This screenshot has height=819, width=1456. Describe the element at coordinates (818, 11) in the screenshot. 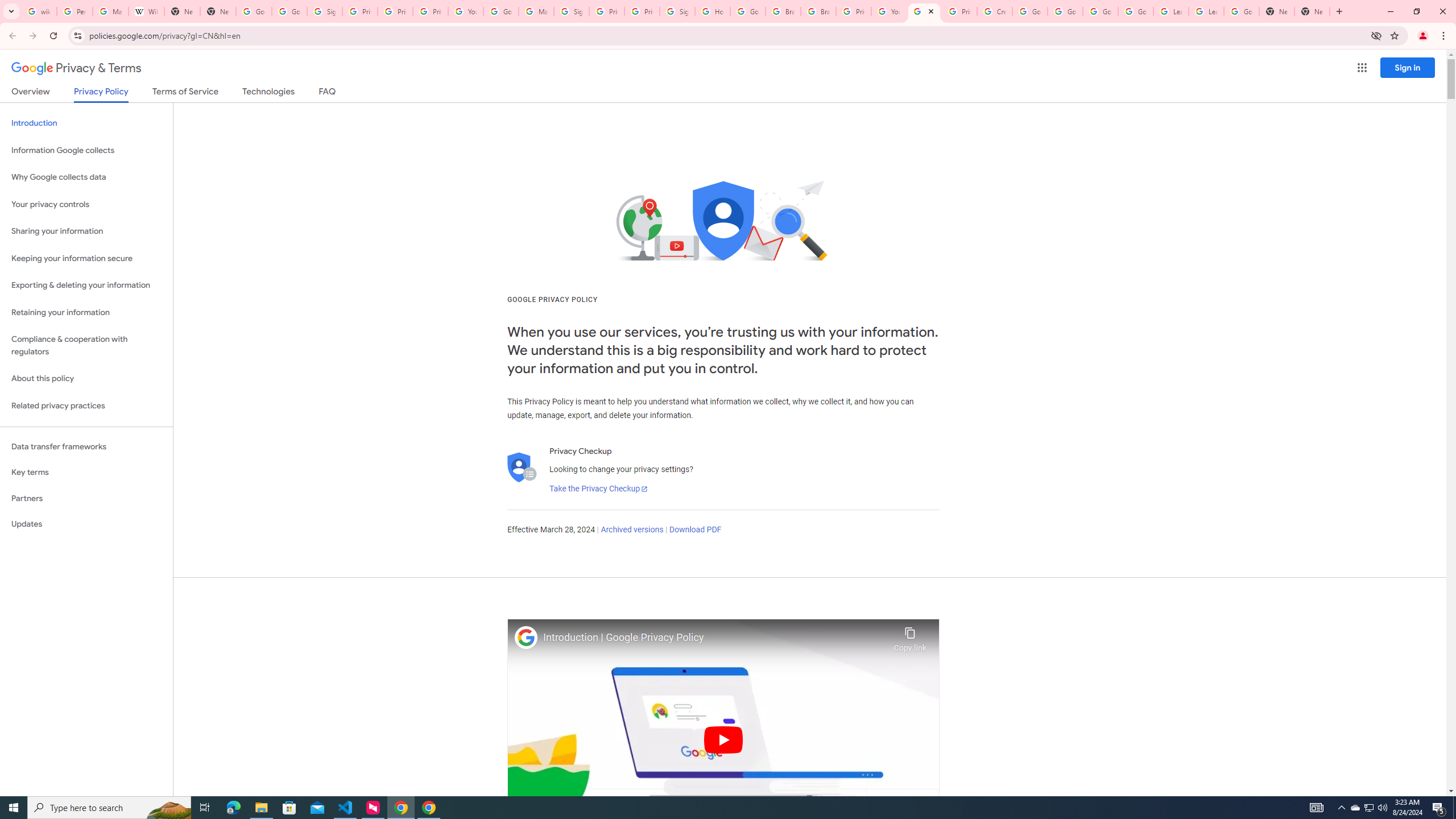

I see `'Brand Resource Center'` at that location.